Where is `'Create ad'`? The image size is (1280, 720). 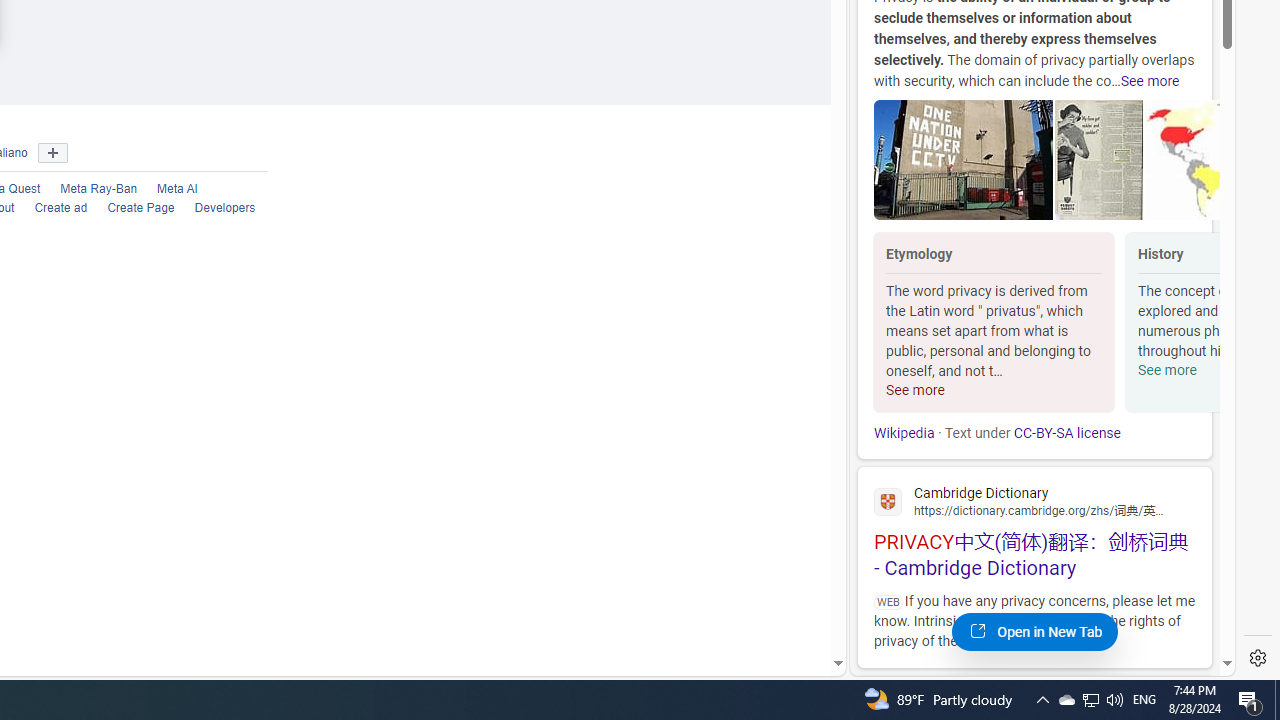 'Create ad' is located at coordinates (61, 208).